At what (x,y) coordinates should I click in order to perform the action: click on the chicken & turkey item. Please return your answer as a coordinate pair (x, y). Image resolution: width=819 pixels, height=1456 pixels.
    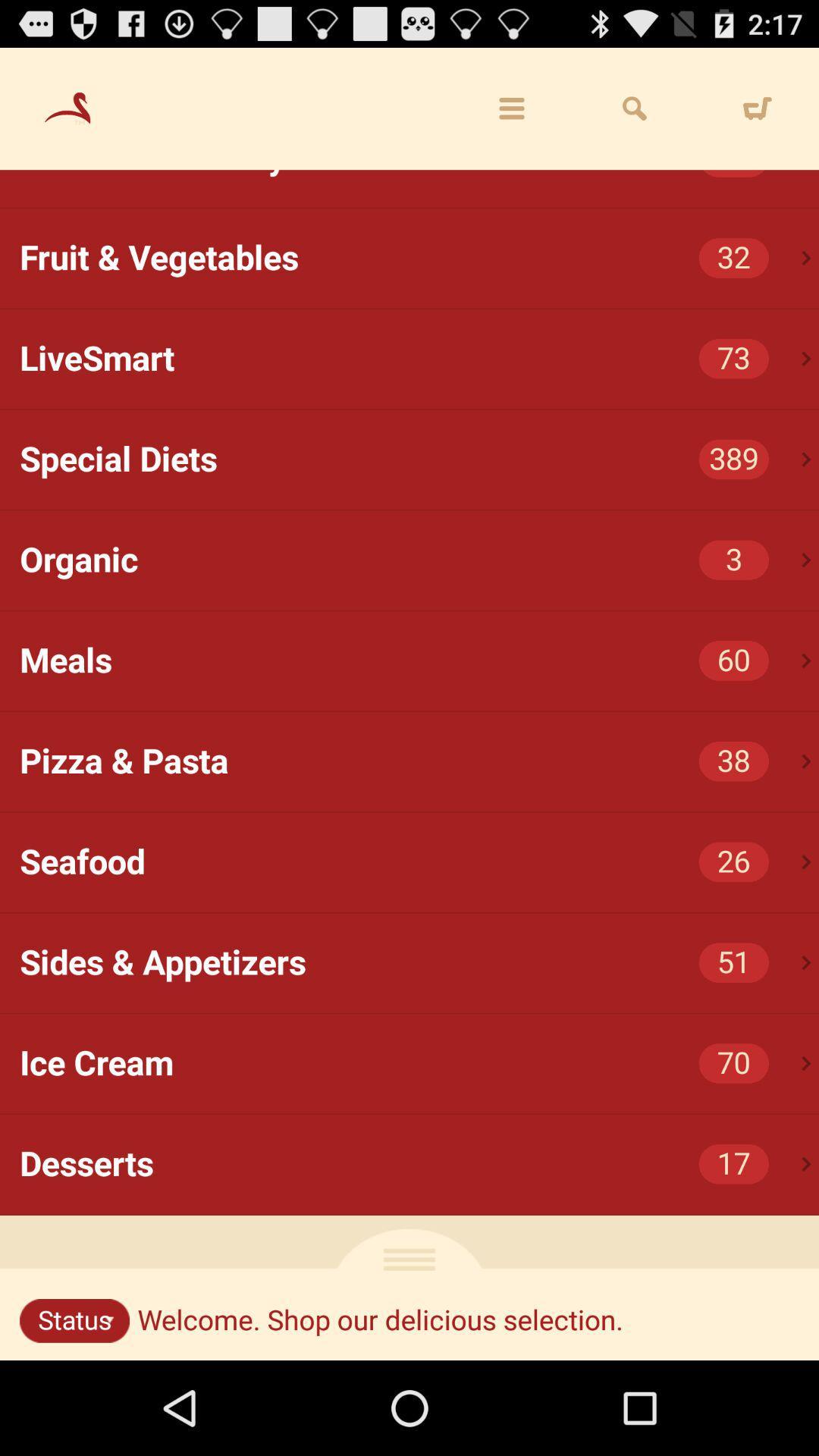
    Looking at the image, I should click on (419, 174).